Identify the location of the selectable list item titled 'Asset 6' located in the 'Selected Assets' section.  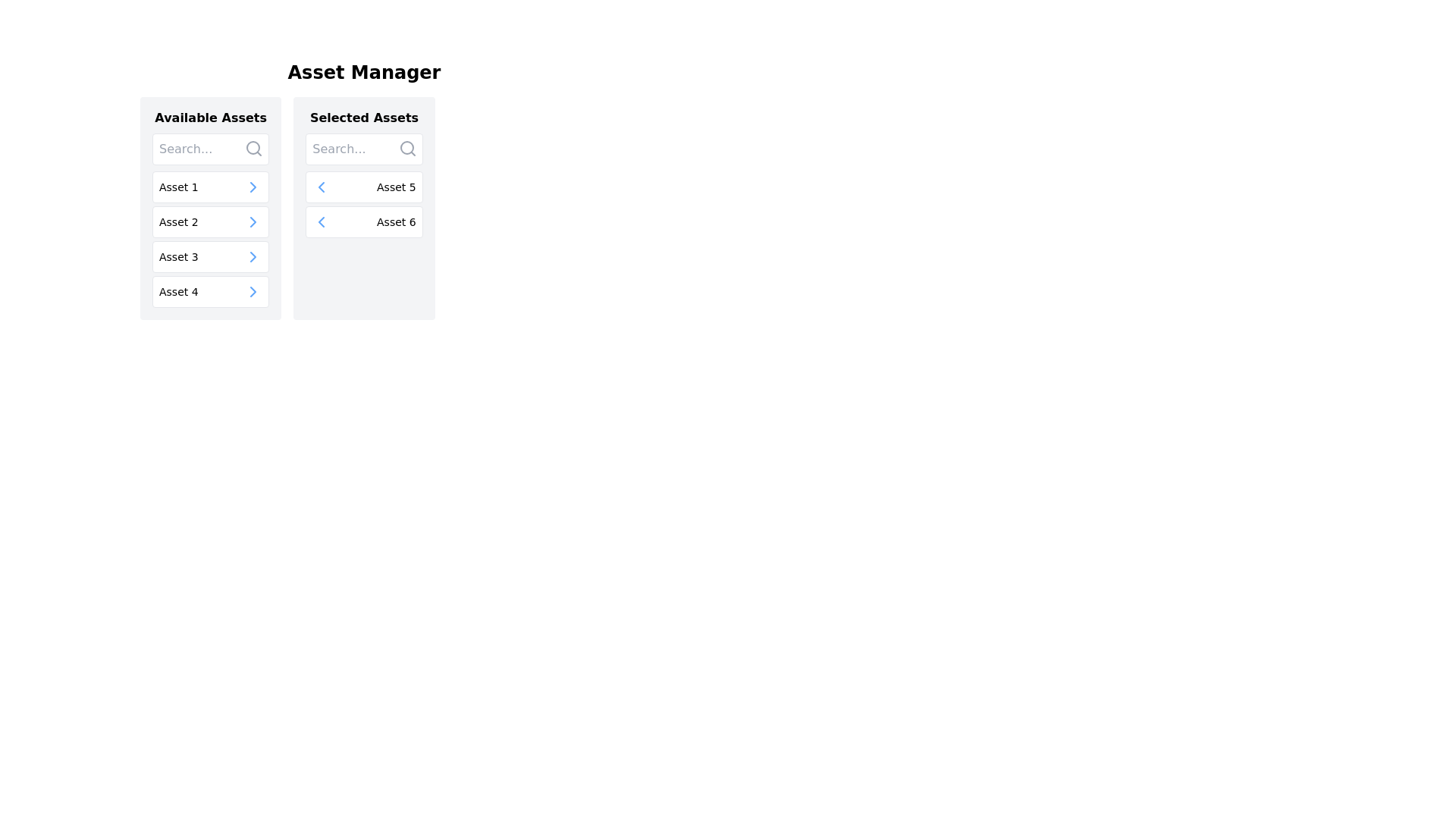
(364, 222).